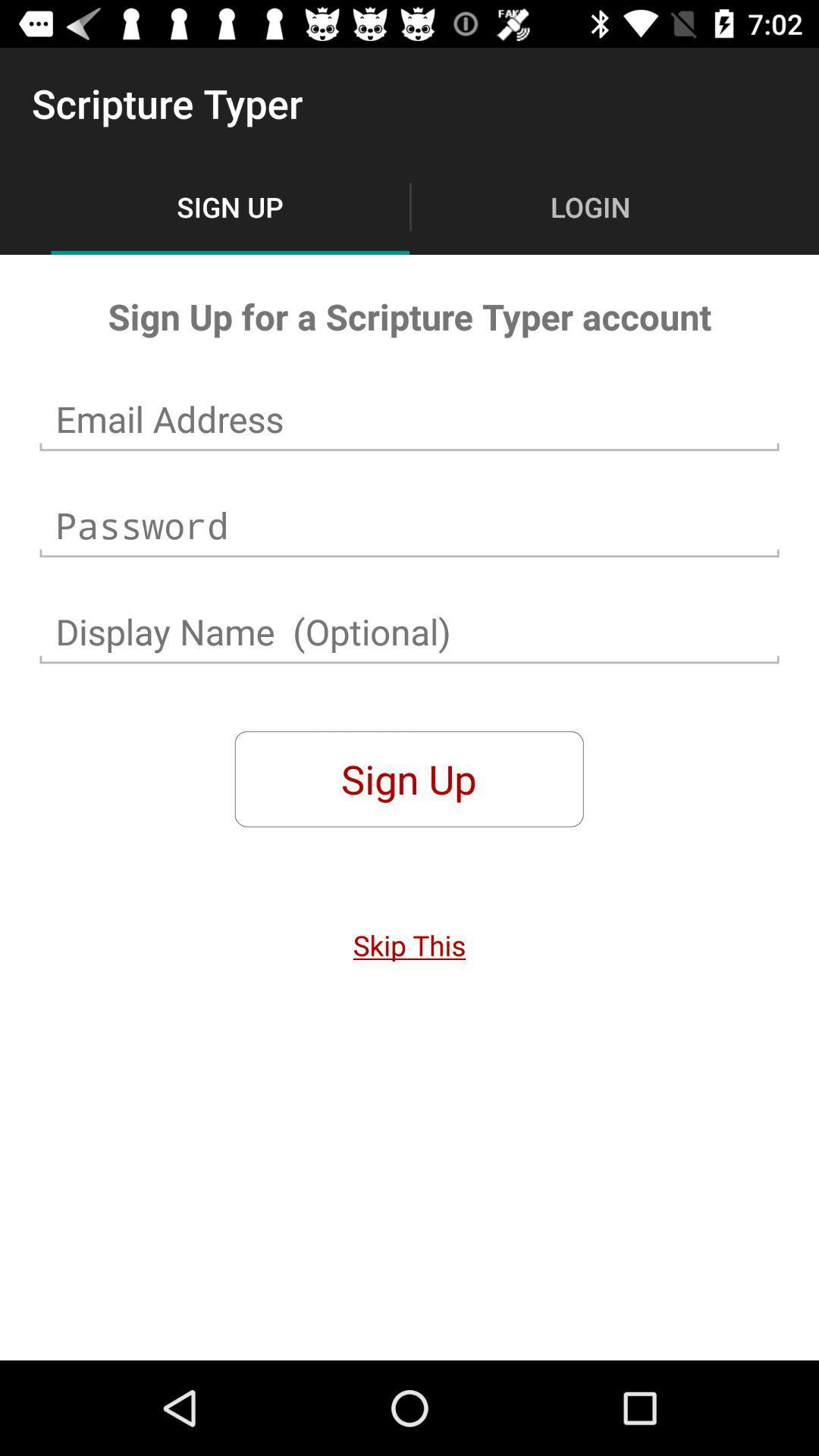 The image size is (819, 1456). Describe the element at coordinates (409, 944) in the screenshot. I see `icon below sign up icon` at that location.